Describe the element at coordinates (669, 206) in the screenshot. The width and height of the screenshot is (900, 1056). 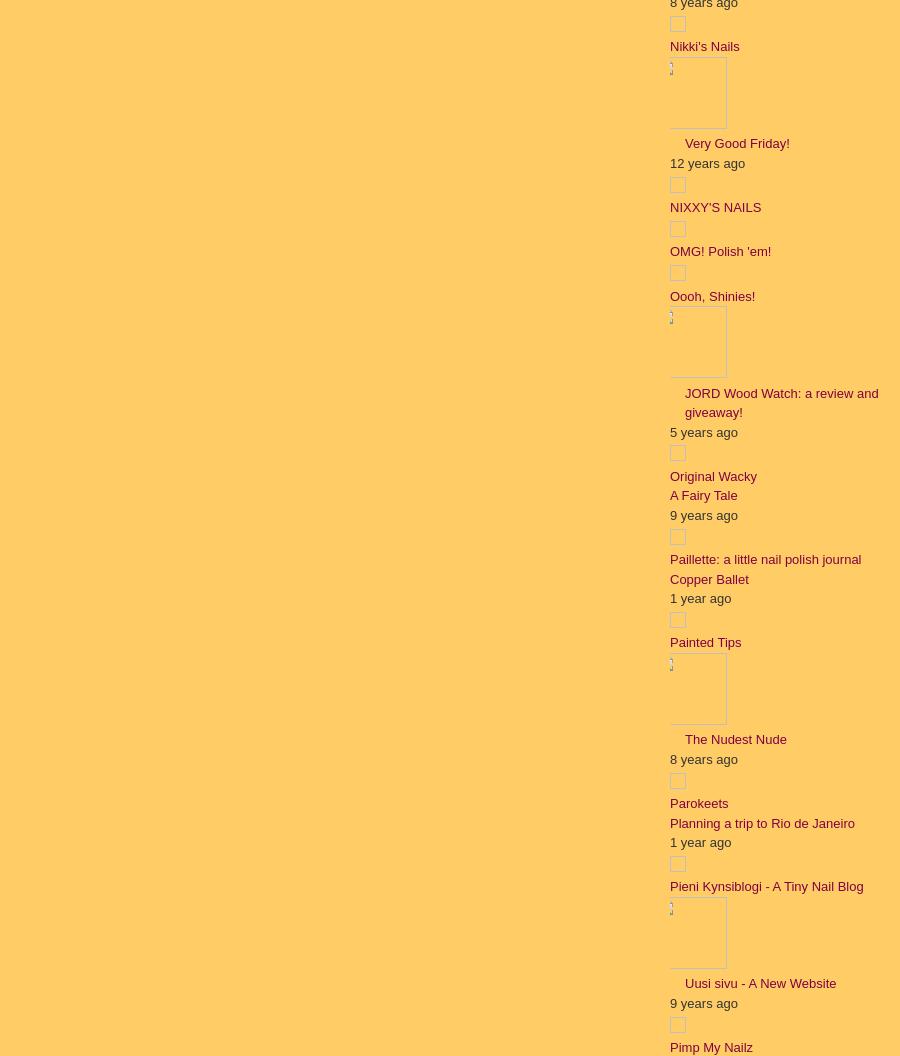
I see `'NIXXY'S NAILS'` at that location.